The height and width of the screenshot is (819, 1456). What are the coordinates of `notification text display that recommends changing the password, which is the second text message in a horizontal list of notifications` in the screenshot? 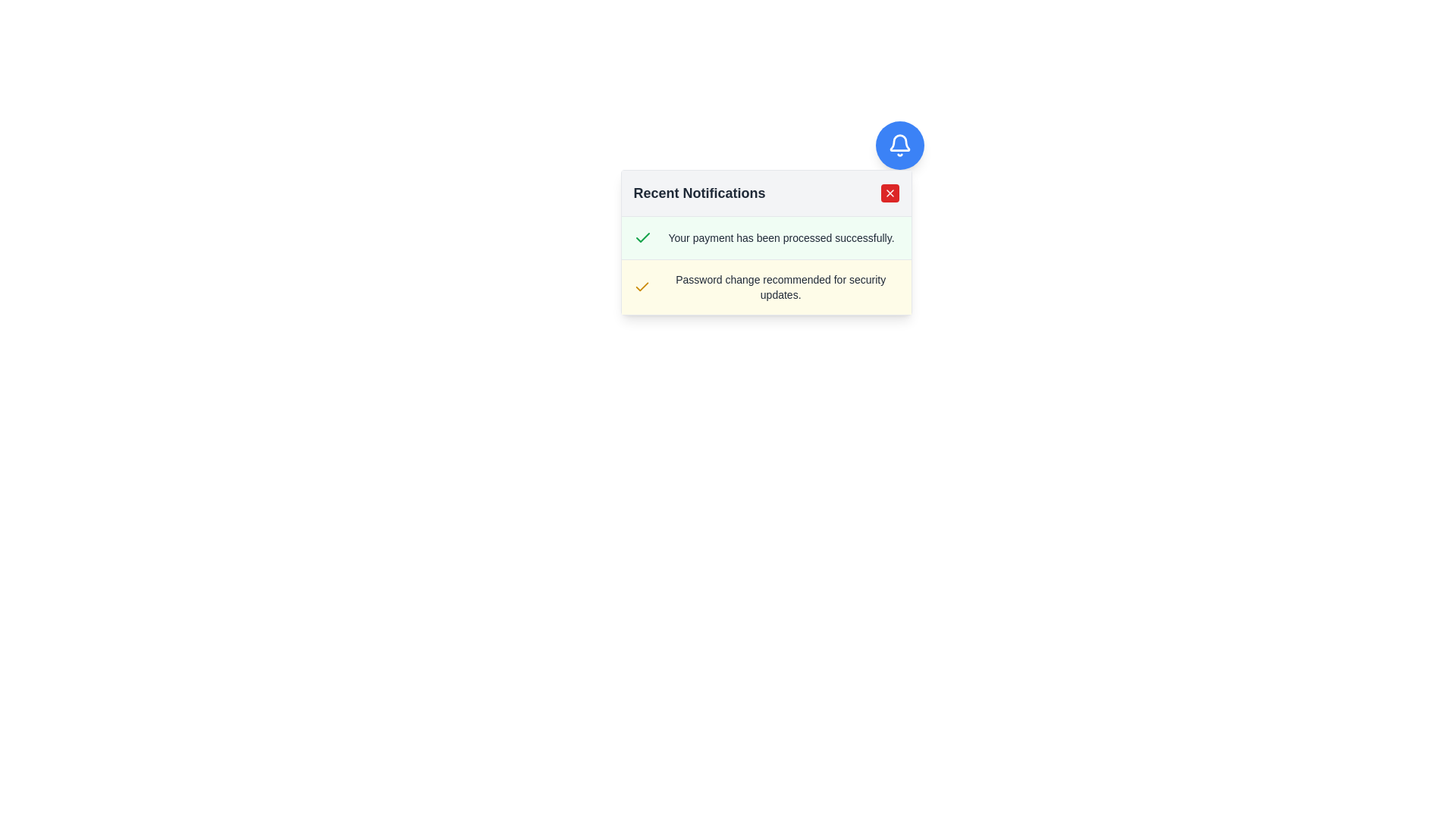 It's located at (780, 287).